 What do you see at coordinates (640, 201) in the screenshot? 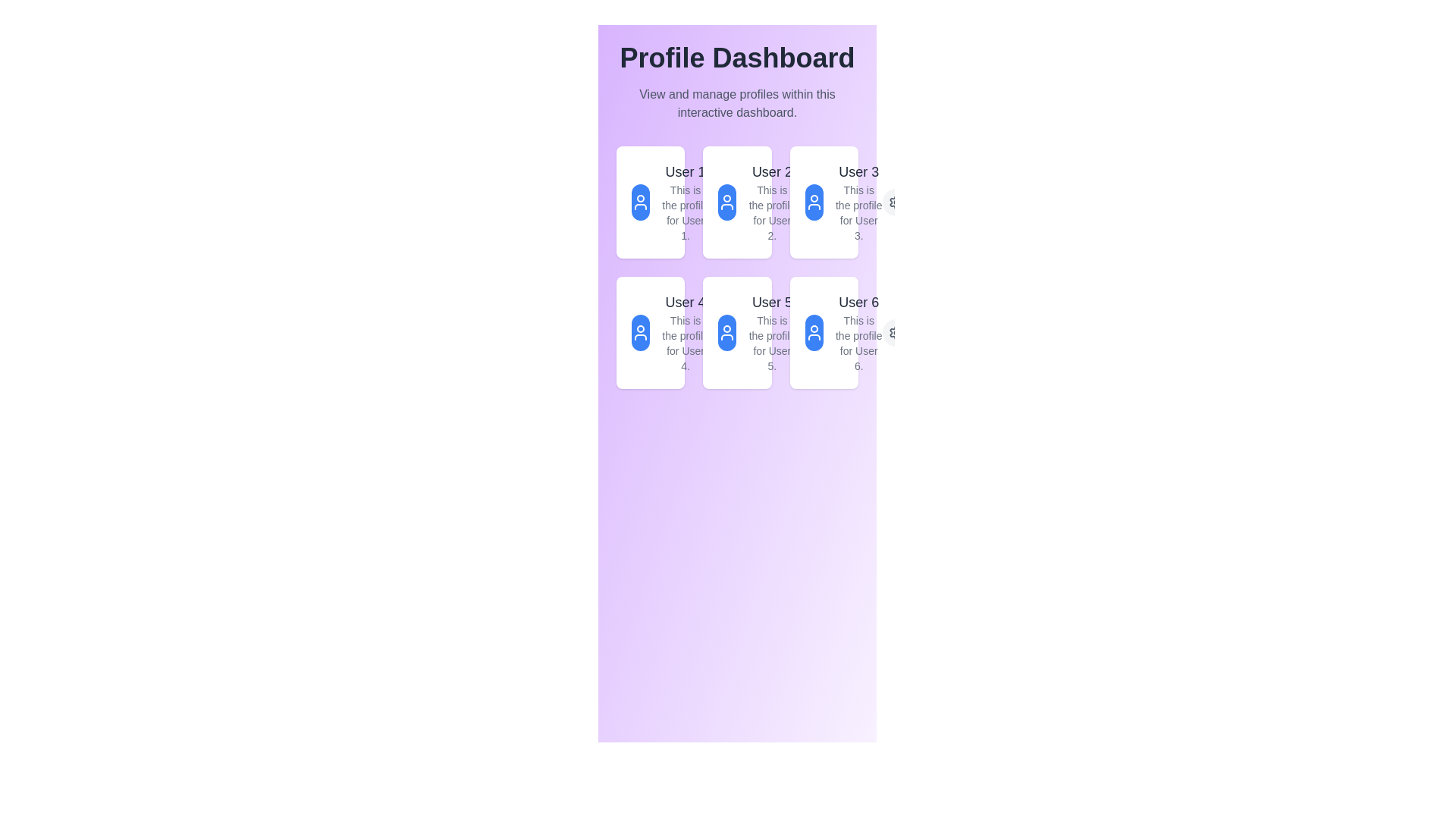
I see `the circular icon button with a blue background and white human icon located in the 'User 1' card at the top left corner of the grid layout` at bounding box center [640, 201].